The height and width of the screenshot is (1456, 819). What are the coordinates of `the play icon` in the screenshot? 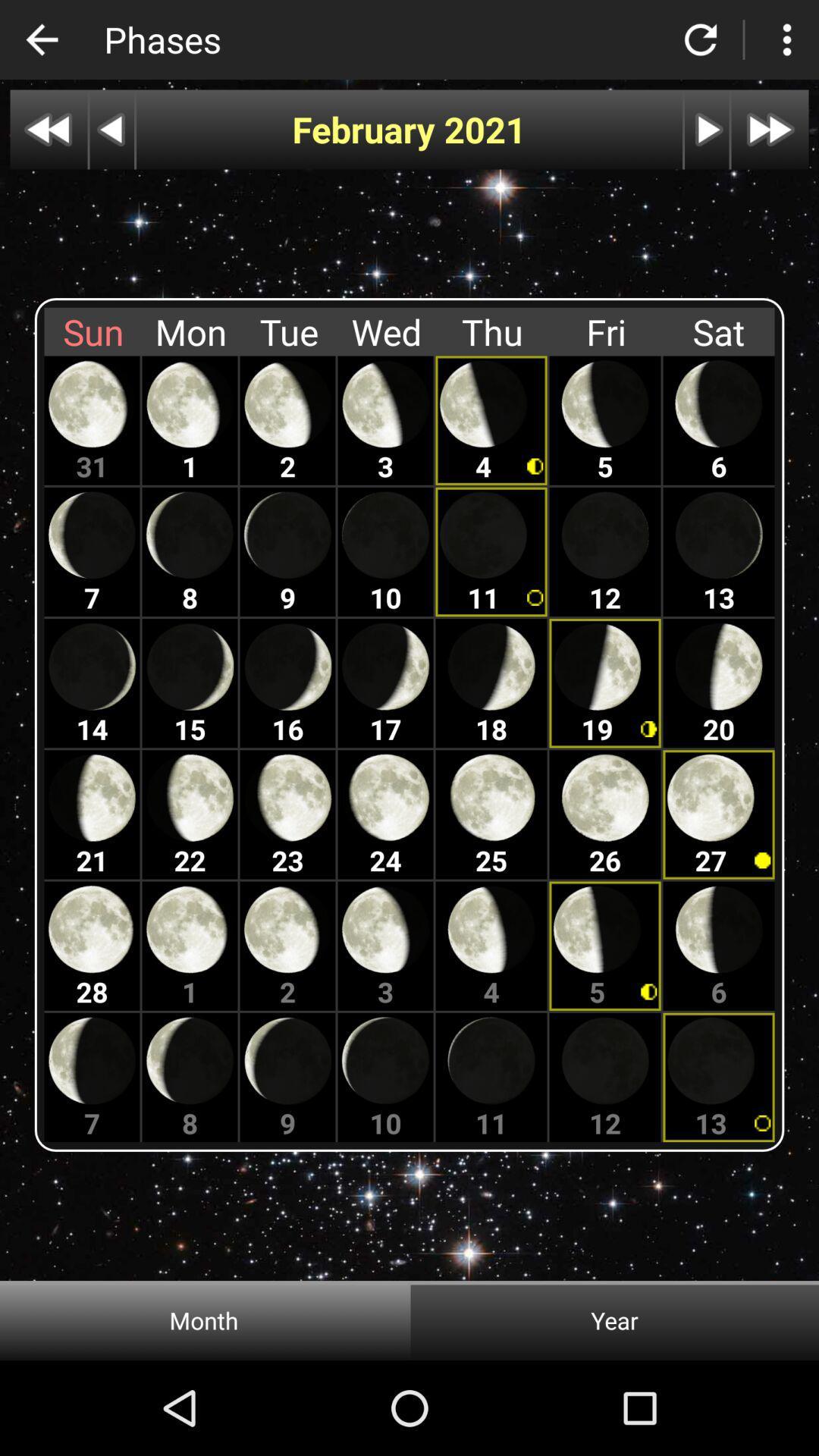 It's located at (707, 130).